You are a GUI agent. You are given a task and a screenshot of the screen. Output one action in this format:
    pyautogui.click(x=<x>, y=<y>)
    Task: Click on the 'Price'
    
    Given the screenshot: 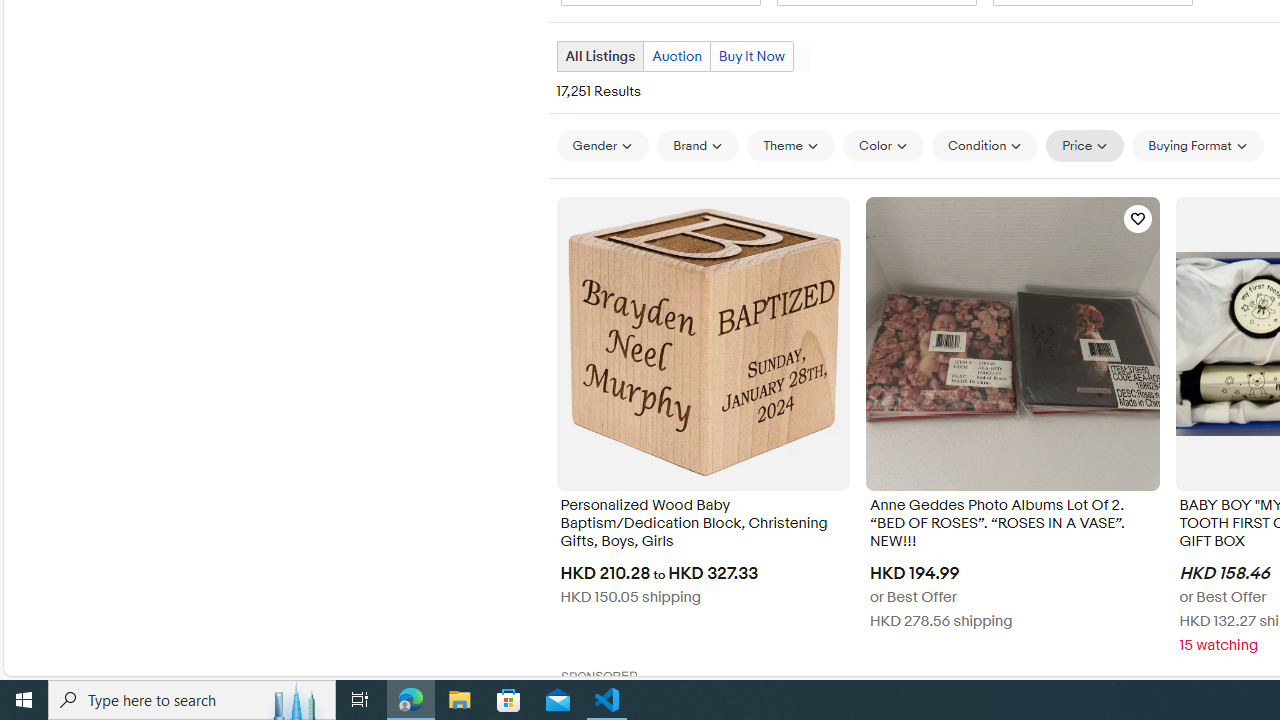 What is the action you would take?
    pyautogui.click(x=1084, y=145)
    